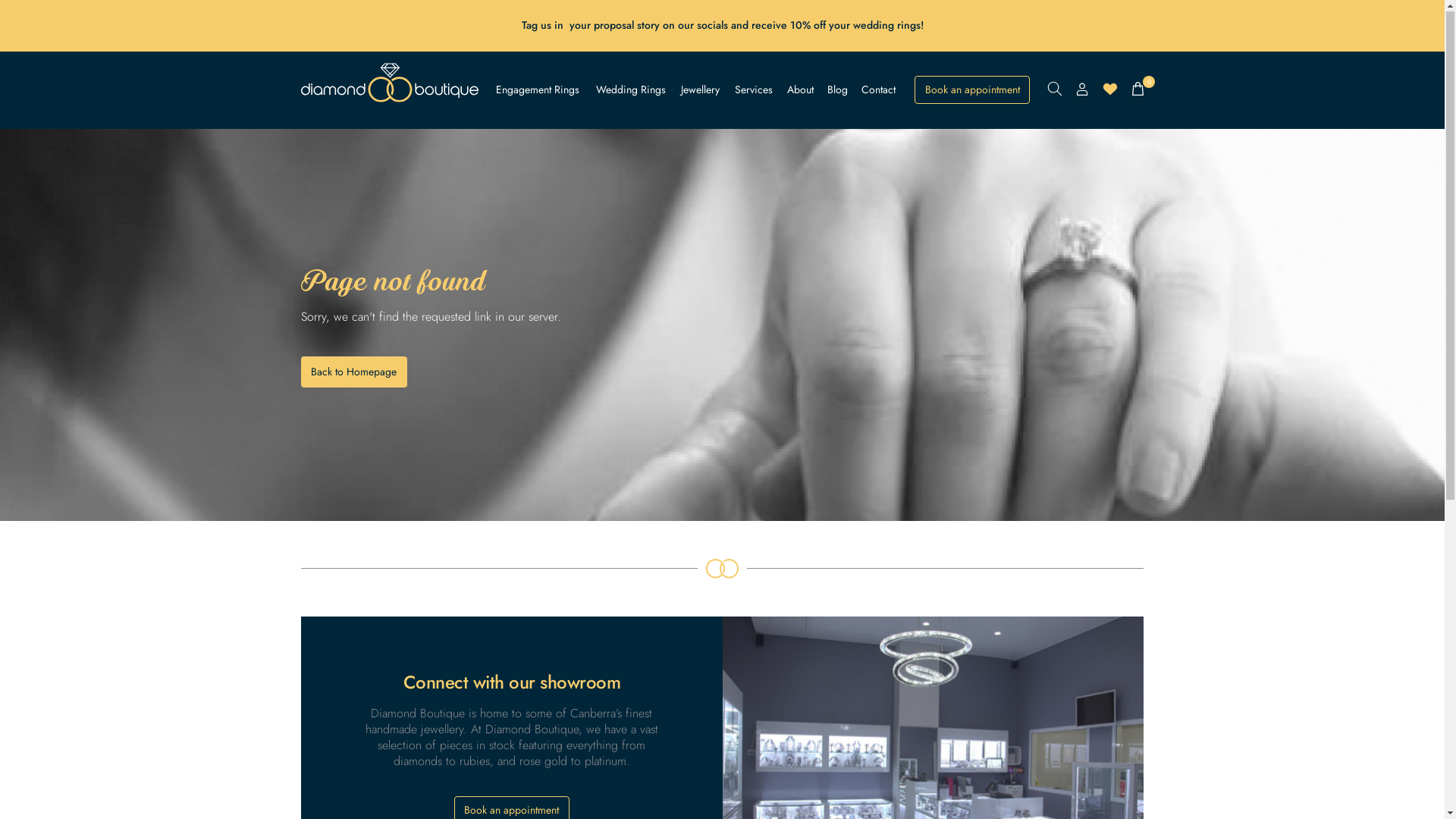  Describe the element at coordinates (878, 90) in the screenshot. I see `'Contact'` at that location.